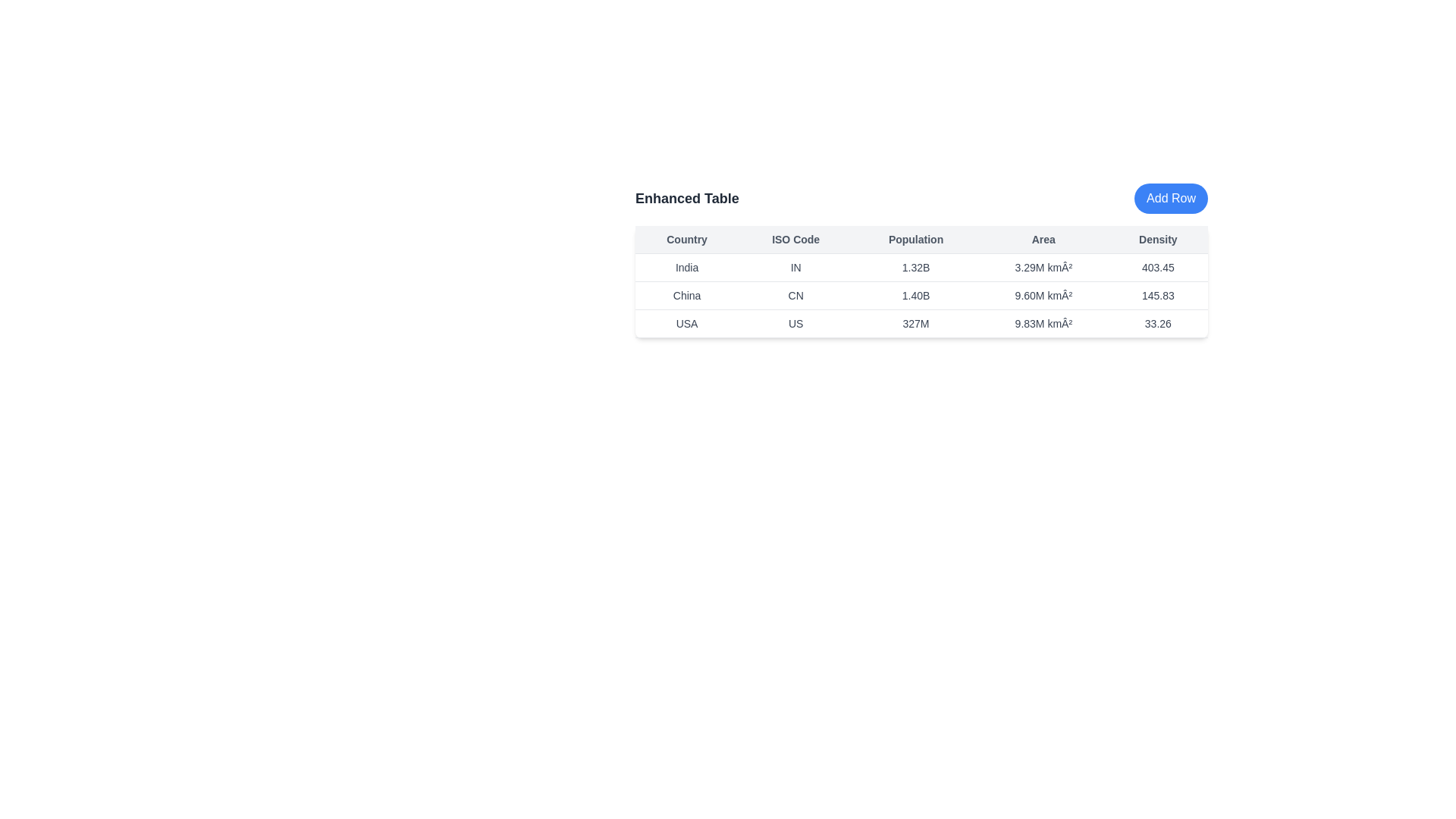 This screenshot has width=1456, height=819. Describe the element at coordinates (921, 281) in the screenshot. I see `the text within the table displaying information about countries, located under the heading 'Enhanced Table' and below the 'Add Row' button` at that location.